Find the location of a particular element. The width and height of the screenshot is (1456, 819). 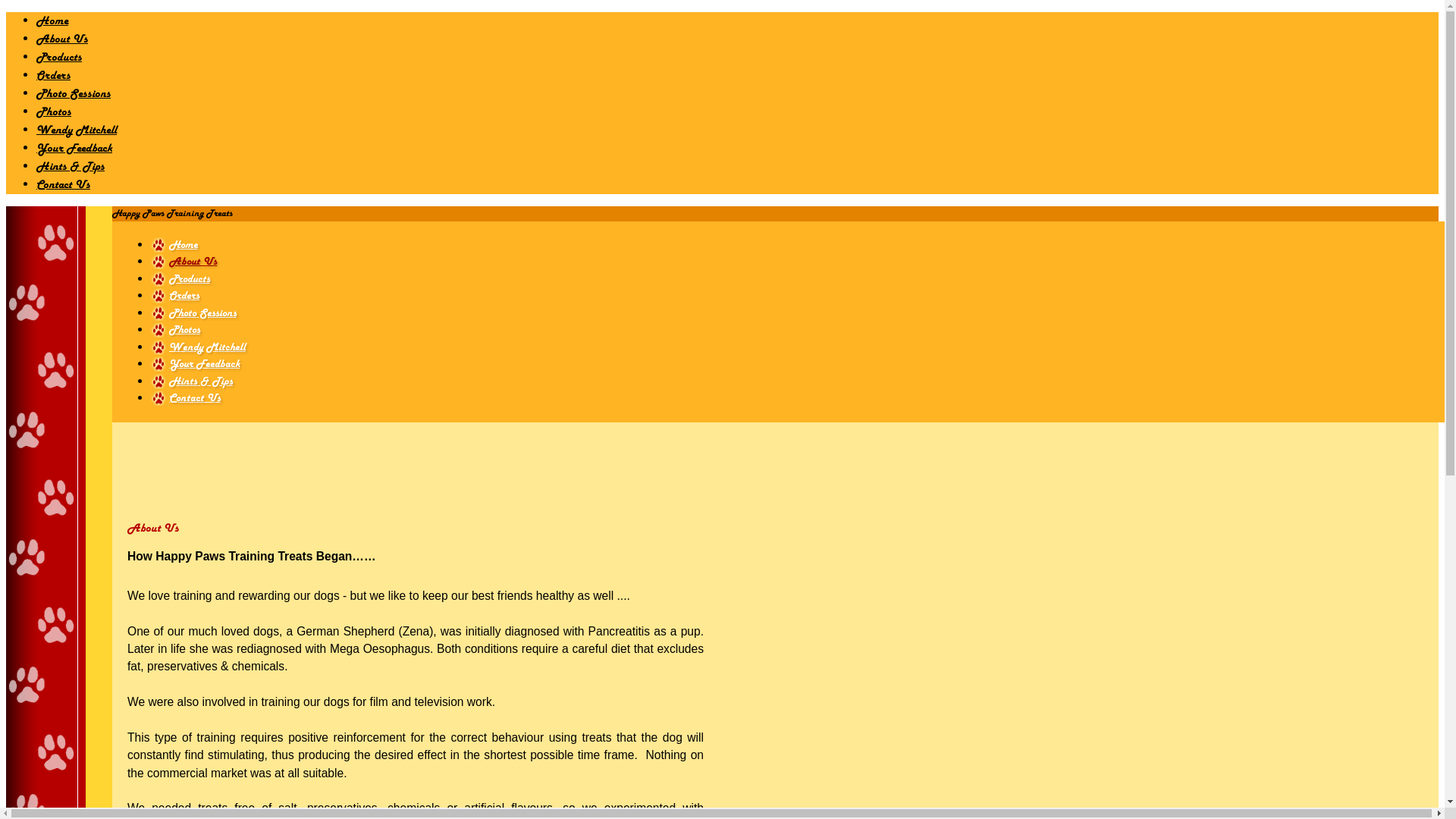

'Photo Sessions' is located at coordinates (36, 93).